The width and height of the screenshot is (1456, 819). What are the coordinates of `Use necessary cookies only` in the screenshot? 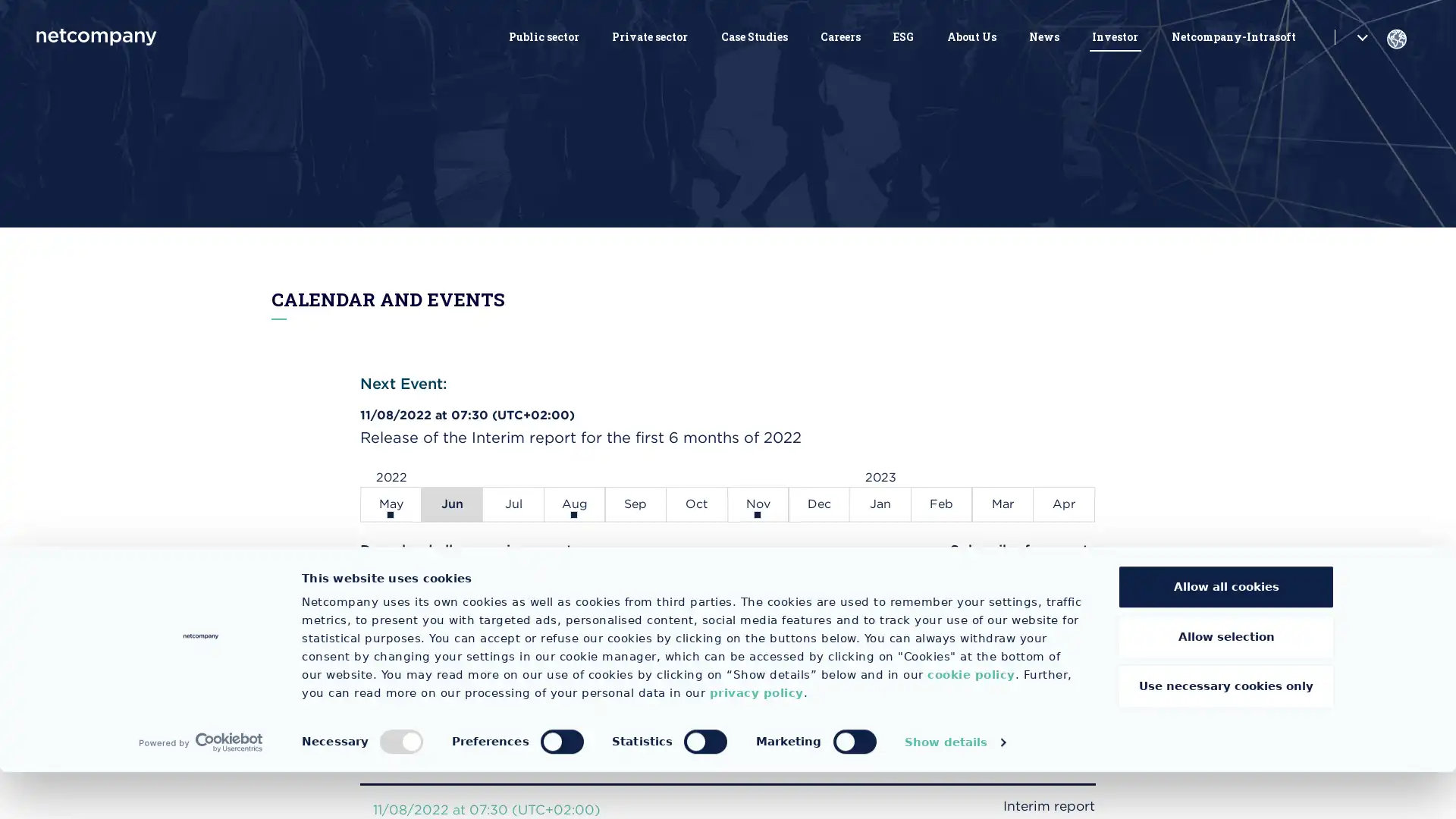 It's located at (1226, 733).